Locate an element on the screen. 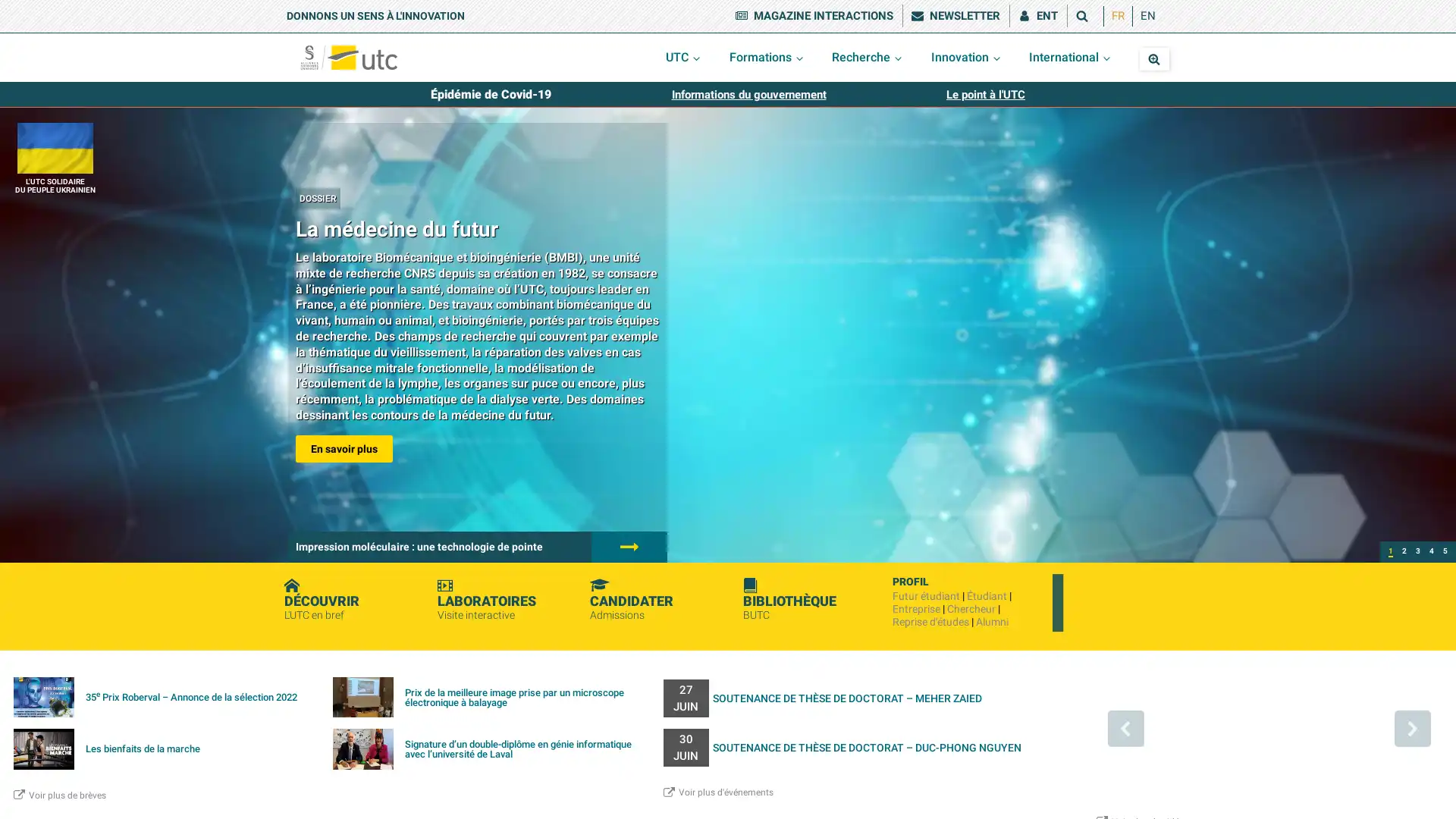 This screenshot has height=819, width=1456. CFA de lUTC, un avenir se dessine is located at coordinates (1417, 552).